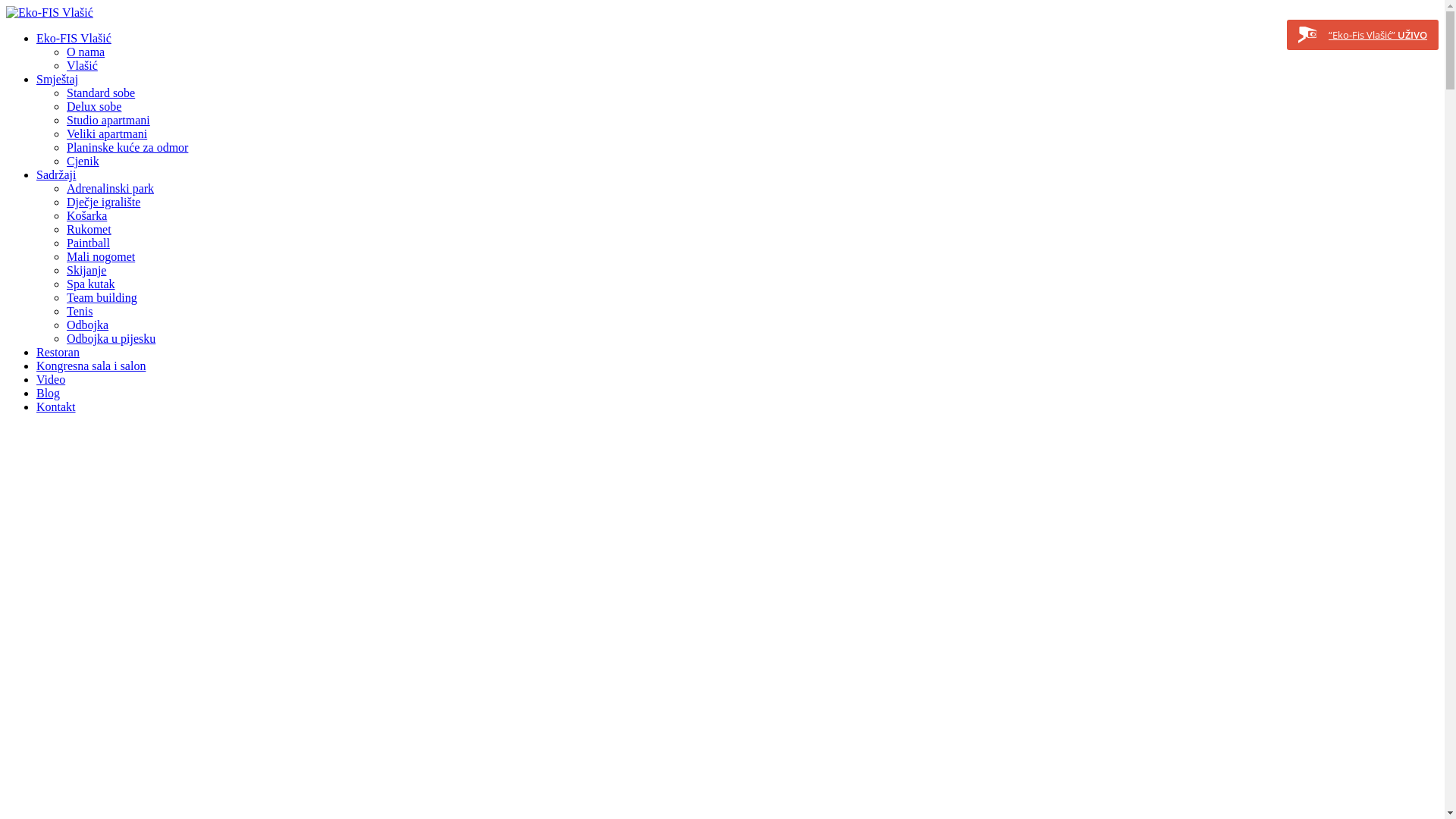 This screenshot has width=1456, height=819. I want to click on 'Cjenik', so click(82, 161).